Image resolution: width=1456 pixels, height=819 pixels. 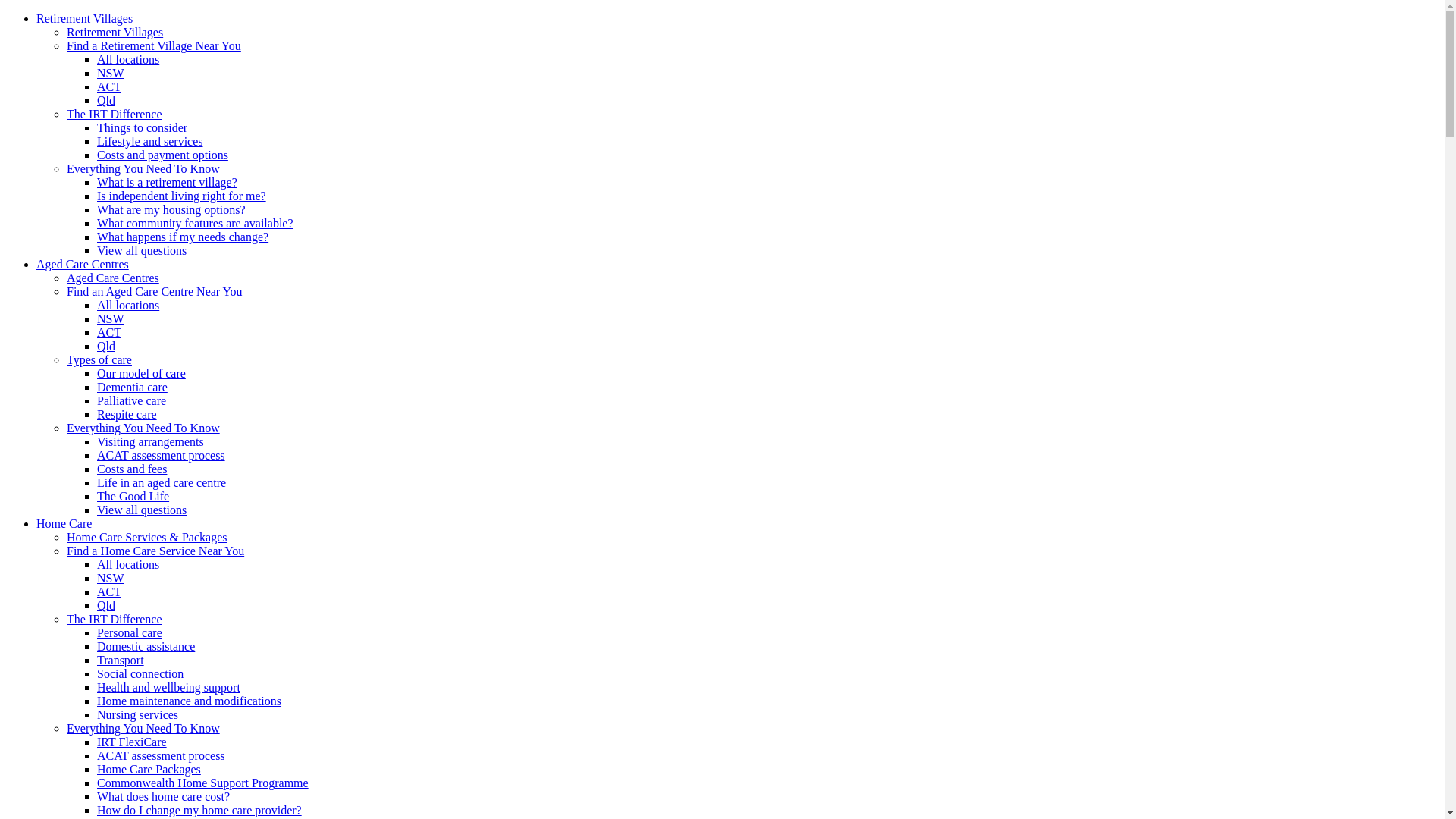 What do you see at coordinates (96, 482) in the screenshot?
I see `'Life in an aged care centre'` at bounding box center [96, 482].